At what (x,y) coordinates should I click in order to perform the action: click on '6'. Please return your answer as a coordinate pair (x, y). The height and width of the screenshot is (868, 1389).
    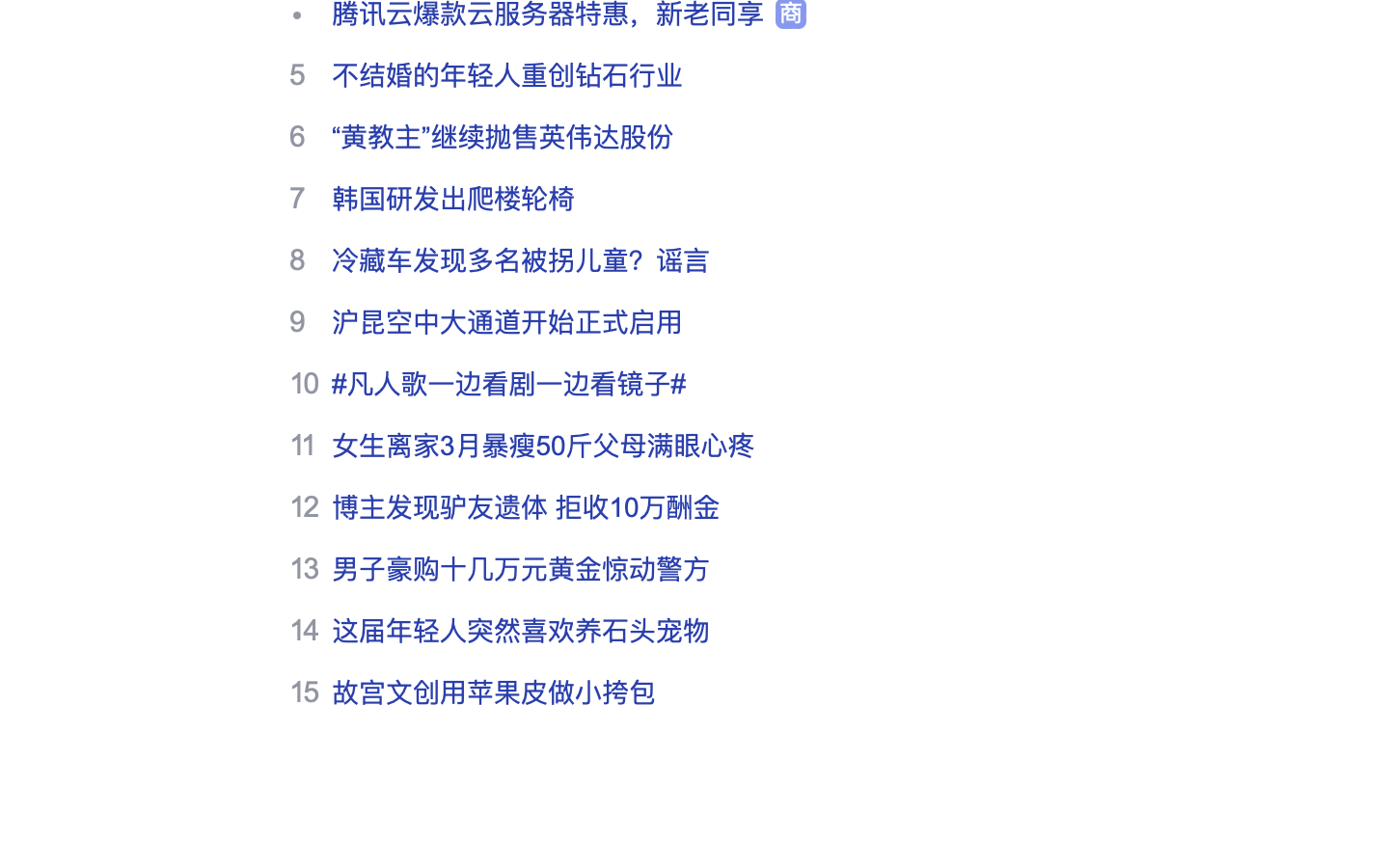
    Looking at the image, I should click on (297, 136).